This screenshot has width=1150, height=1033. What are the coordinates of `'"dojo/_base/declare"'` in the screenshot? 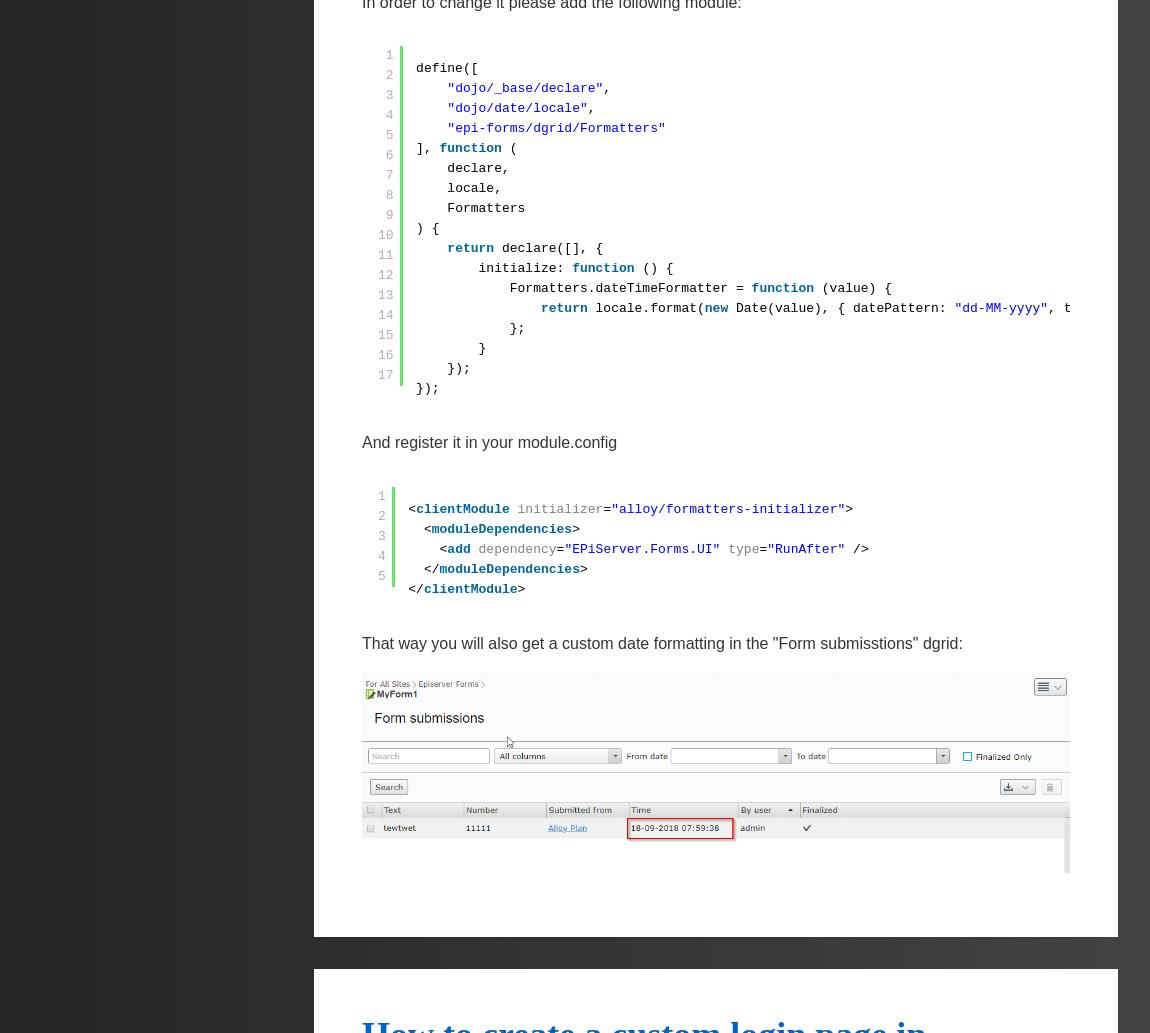 It's located at (524, 88).